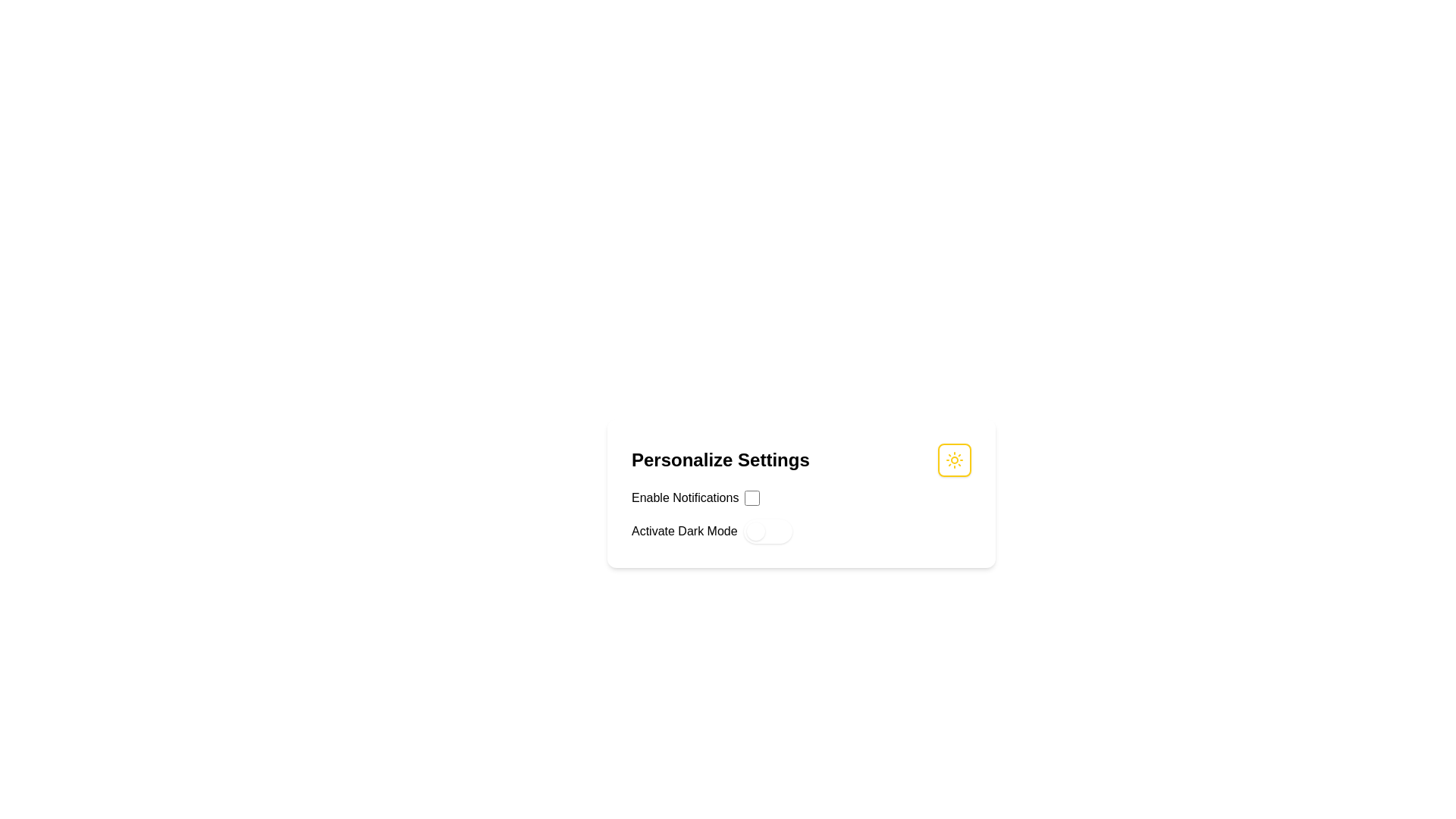 This screenshot has width=1456, height=819. What do you see at coordinates (752, 497) in the screenshot?
I see `the square-shaped checkbox with a blue border and white interior located next to the 'Enable Notifications' text` at bounding box center [752, 497].